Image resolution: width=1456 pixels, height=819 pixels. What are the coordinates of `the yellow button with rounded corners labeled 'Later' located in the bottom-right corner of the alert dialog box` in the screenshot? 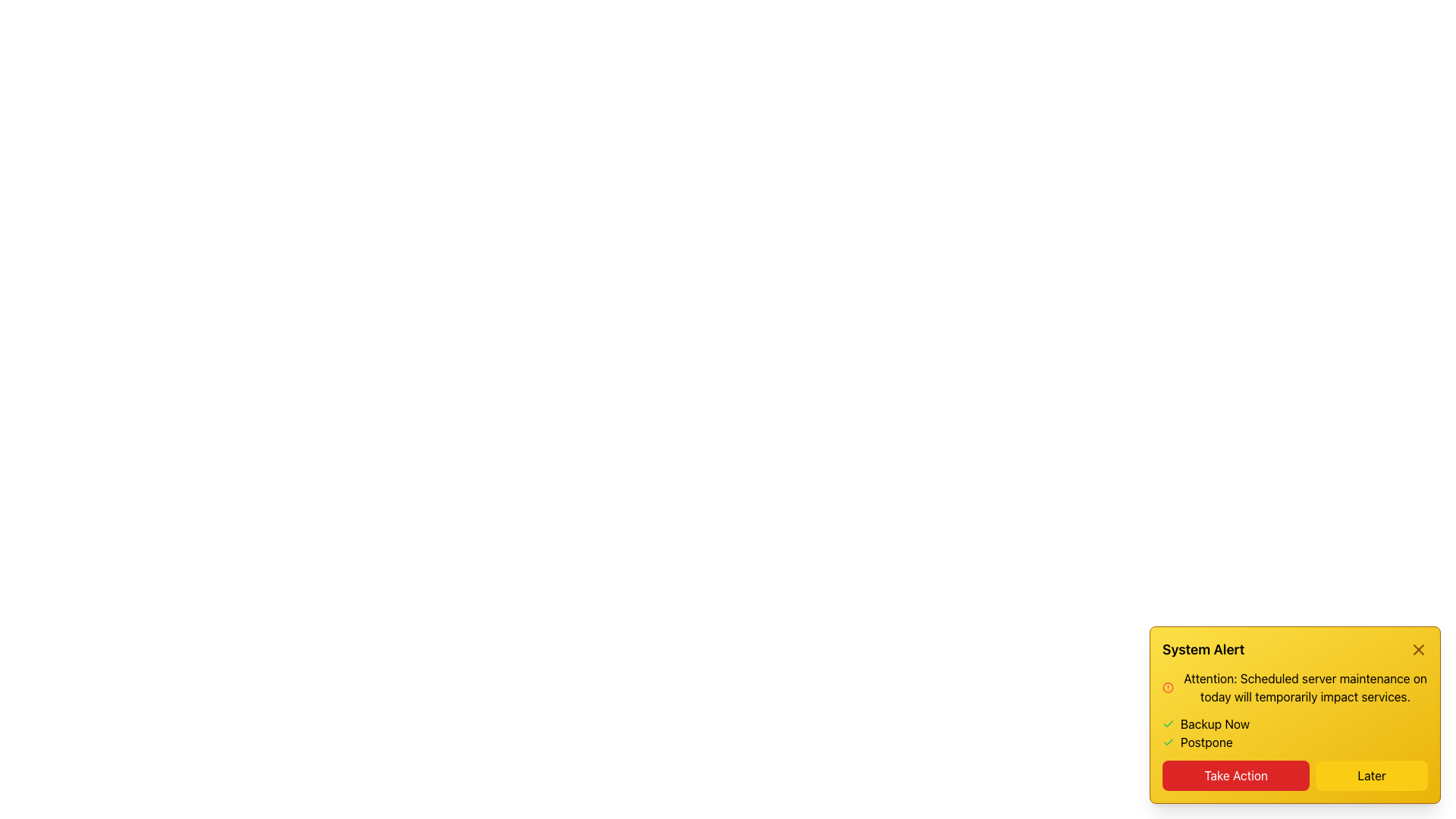 It's located at (1372, 775).